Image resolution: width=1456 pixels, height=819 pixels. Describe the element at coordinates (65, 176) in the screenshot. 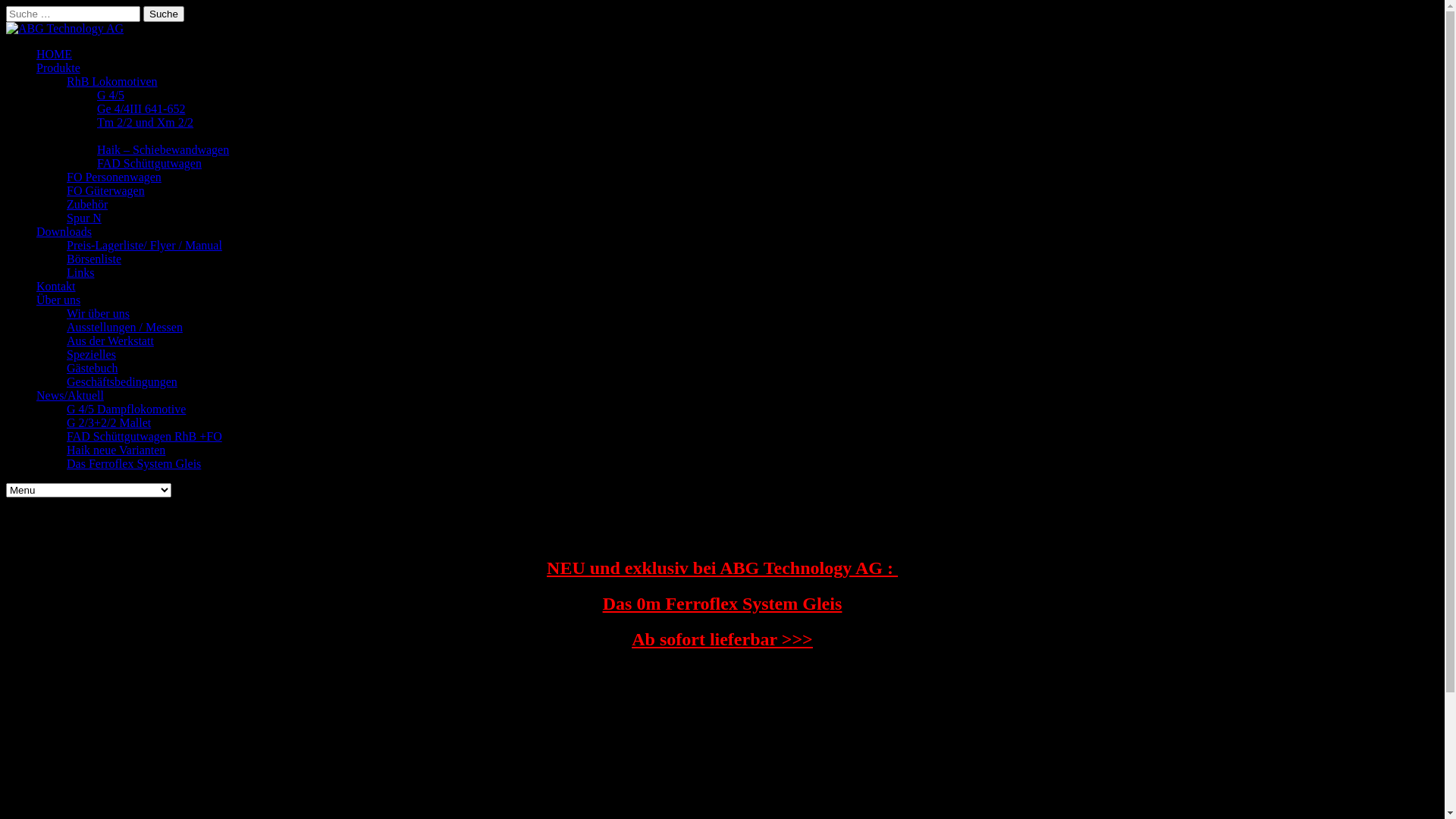

I see `'FO Personenwagen'` at that location.